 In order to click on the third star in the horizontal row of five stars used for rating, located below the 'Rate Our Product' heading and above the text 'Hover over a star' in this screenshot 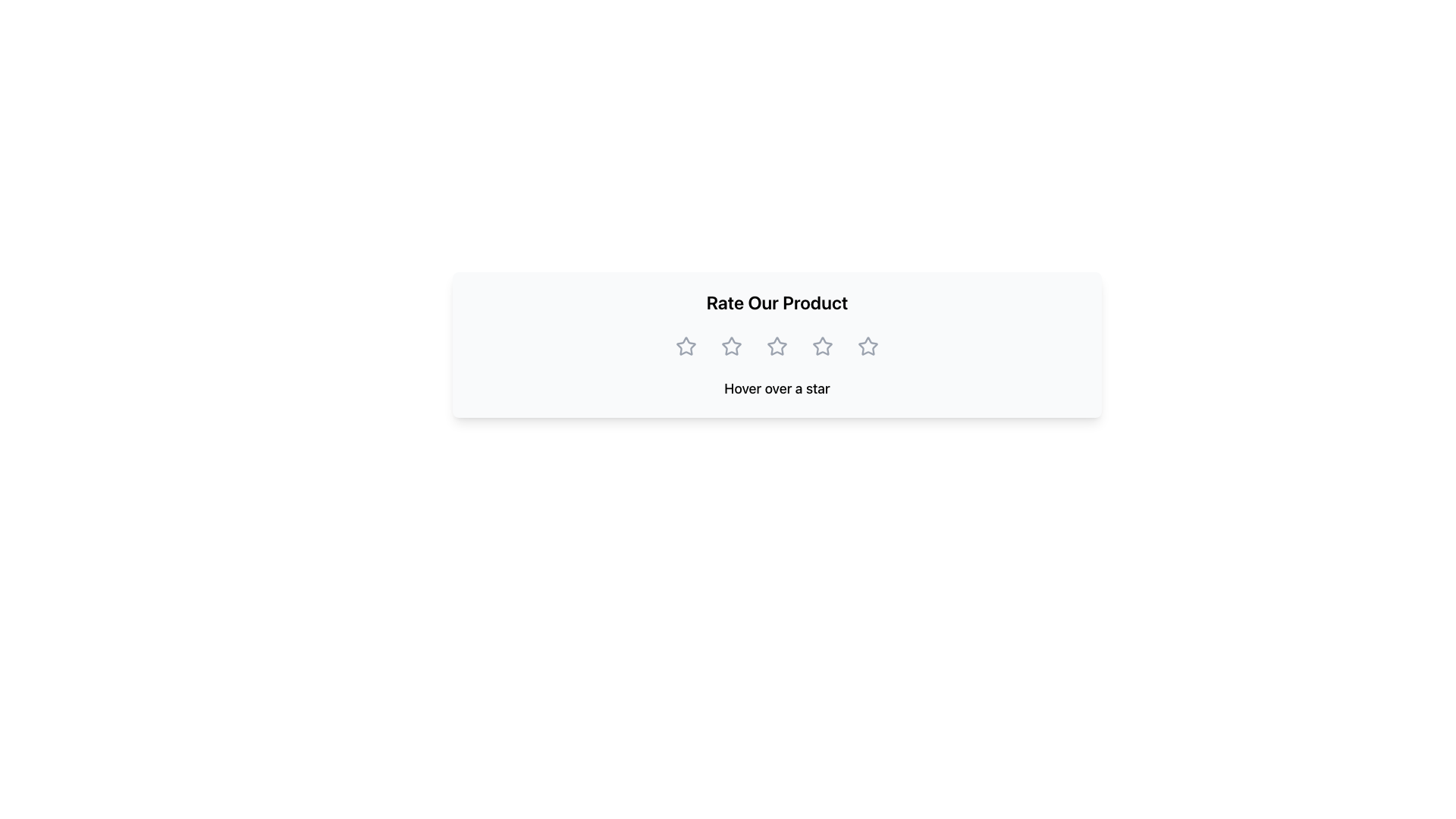, I will do `click(777, 346)`.